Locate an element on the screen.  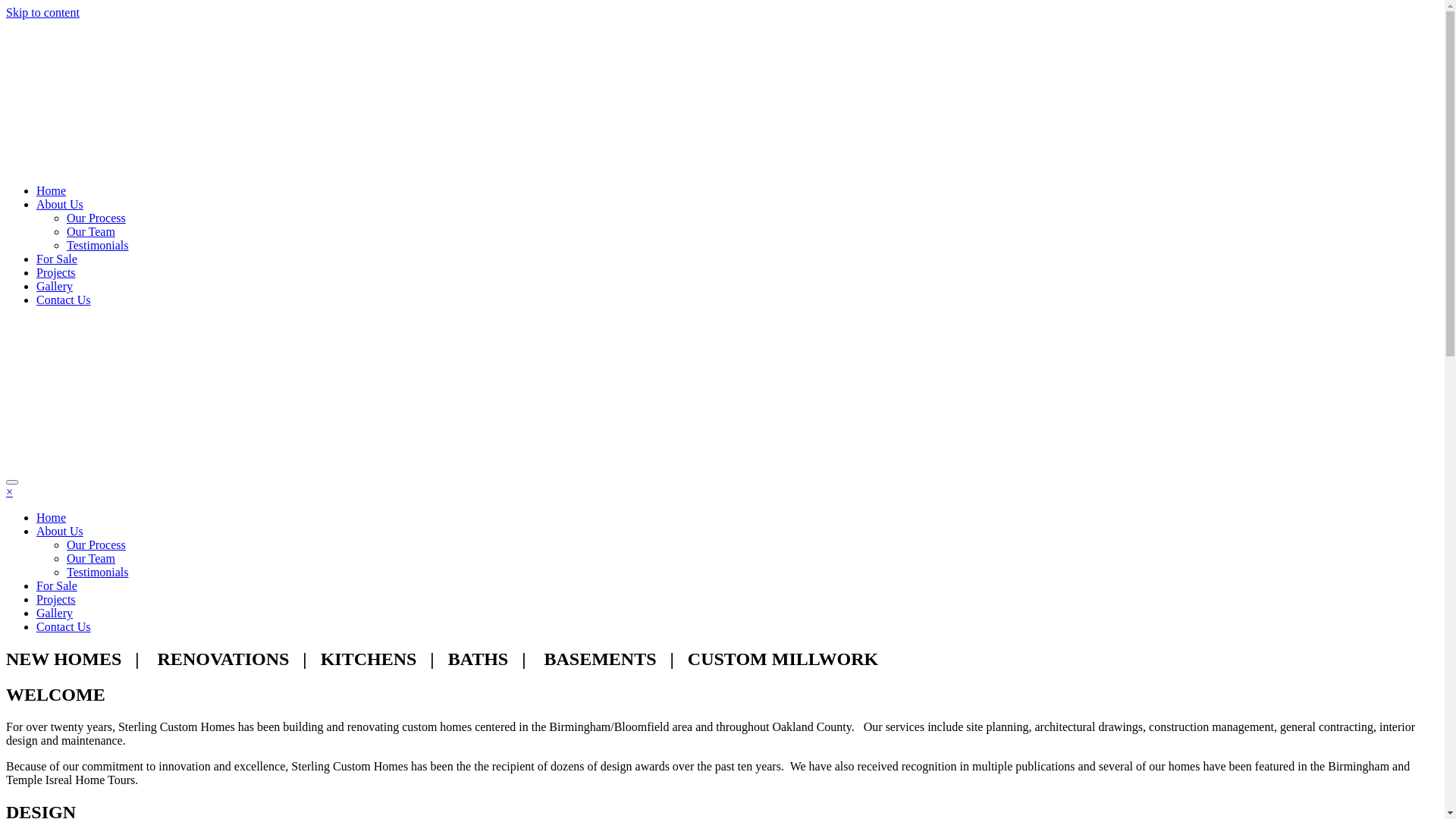
'Projects' is located at coordinates (55, 271).